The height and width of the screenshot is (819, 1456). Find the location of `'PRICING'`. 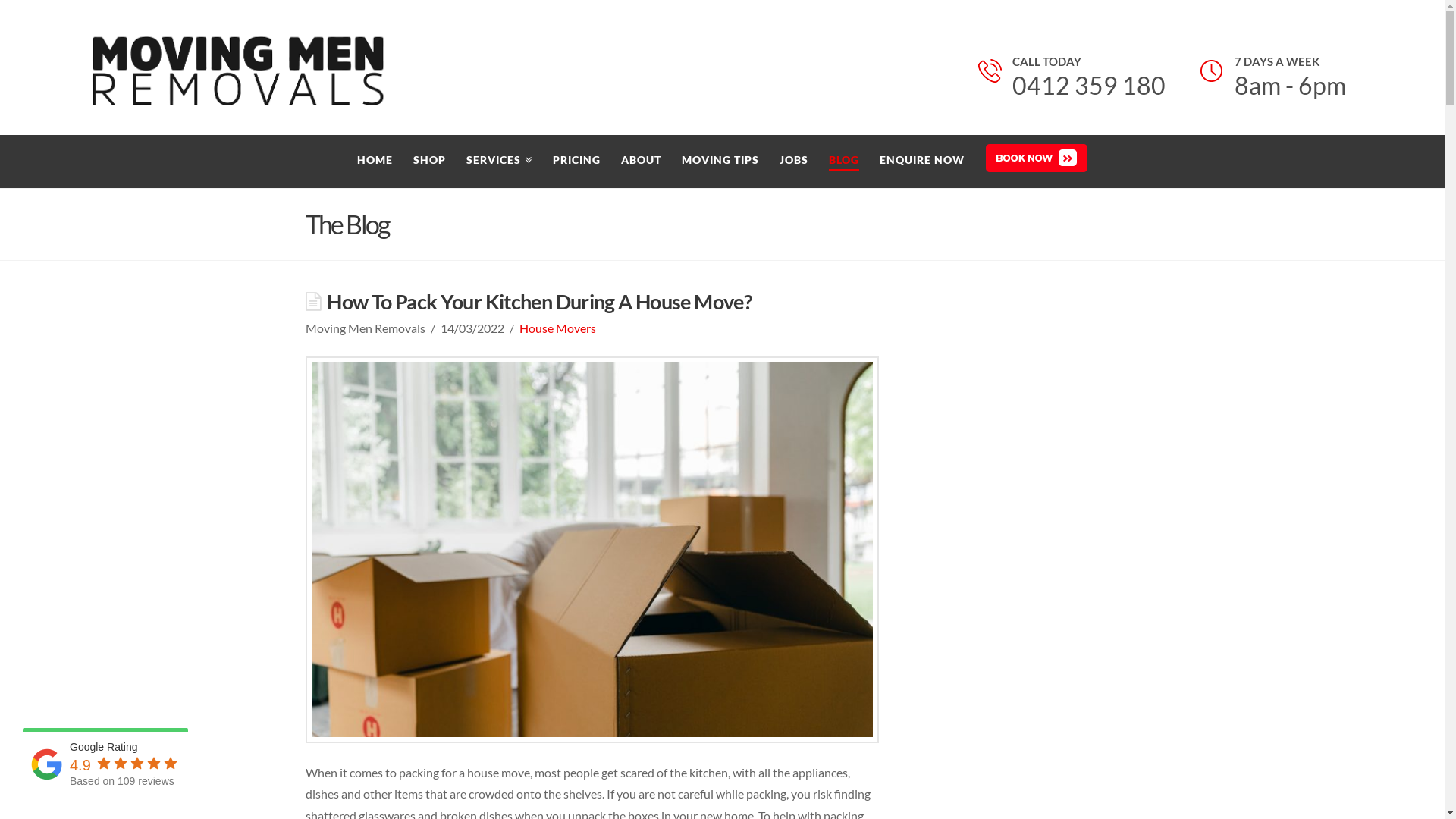

'PRICING' is located at coordinates (542, 161).